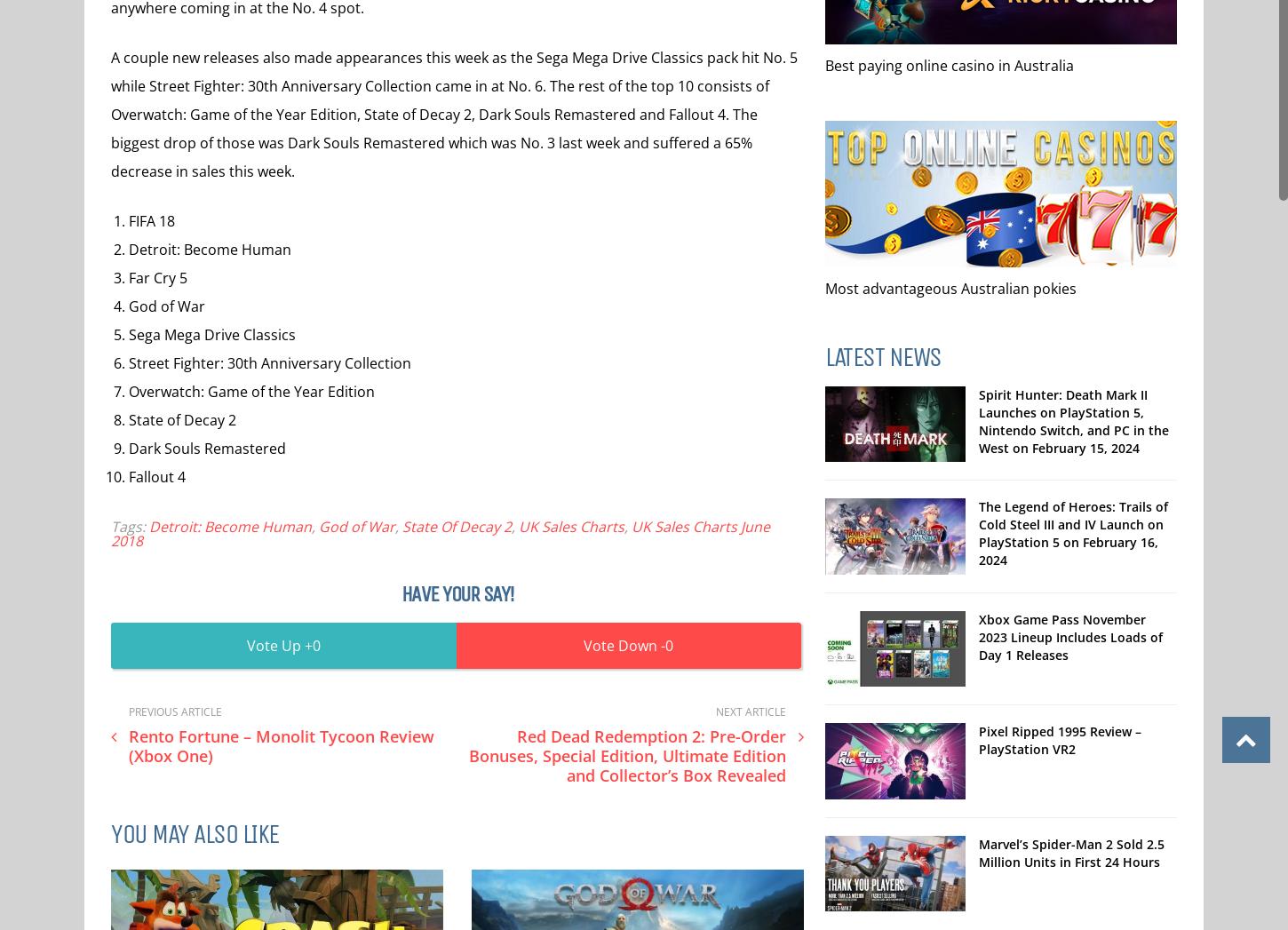 The width and height of the screenshot is (1288, 930). What do you see at coordinates (882, 355) in the screenshot?
I see `'Latest News'` at bounding box center [882, 355].